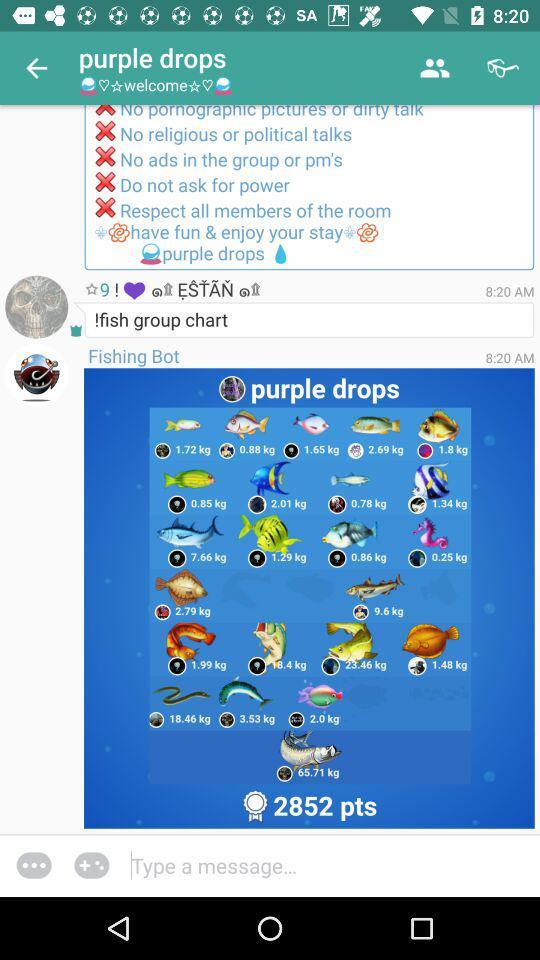 The width and height of the screenshot is (540, 960). Describe the element at coordinates (36, 68) in the screenshot. I see `item to the left of the purple drops` at that location.